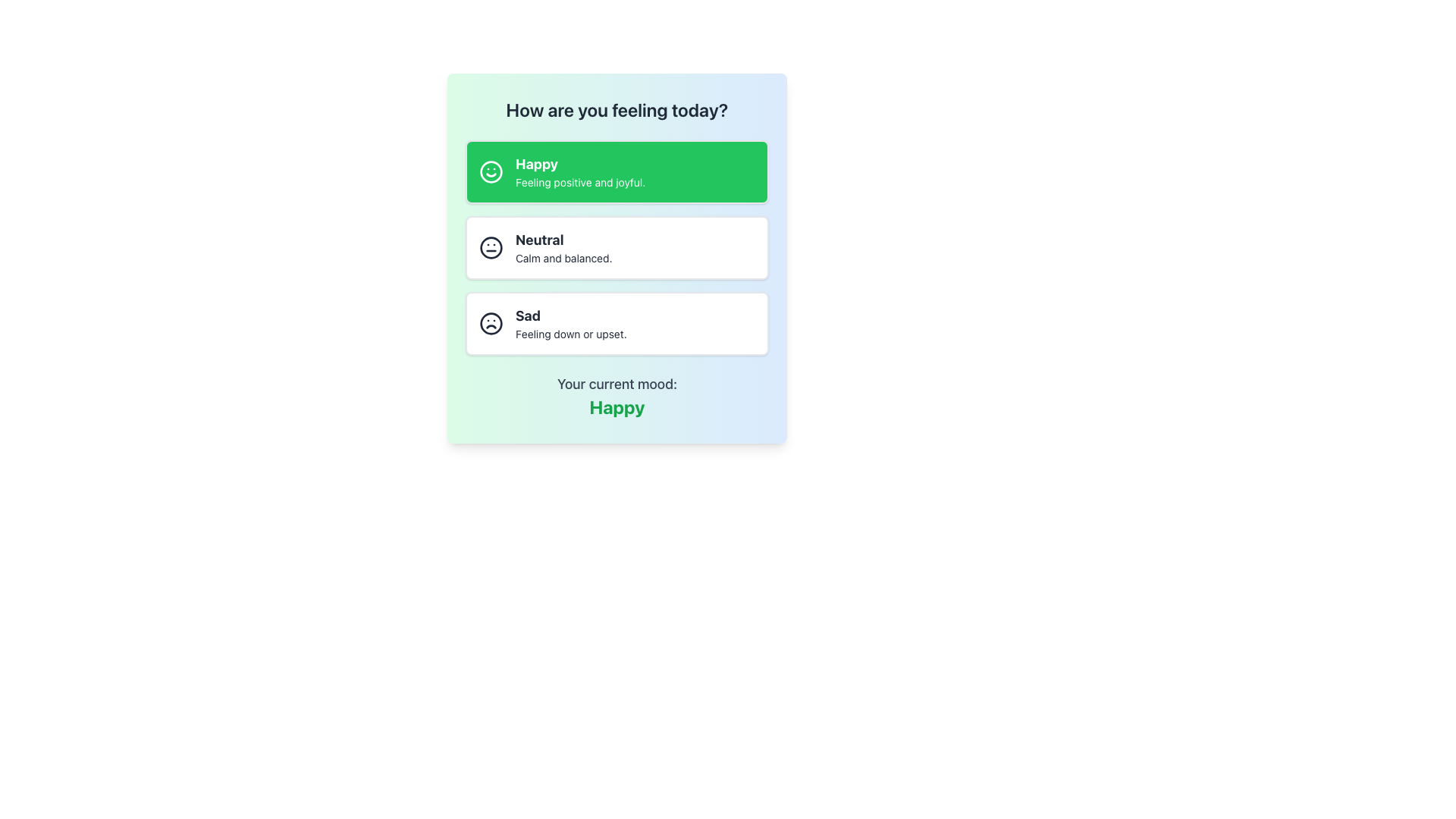 This screenshot has width=1456, height=819. Describe the element at coordinates (617, 383) in the screenshot. I see `the text label that says 'Your current mood:' which is formatted in bold and gray, located below the main mood selection area` at that location.